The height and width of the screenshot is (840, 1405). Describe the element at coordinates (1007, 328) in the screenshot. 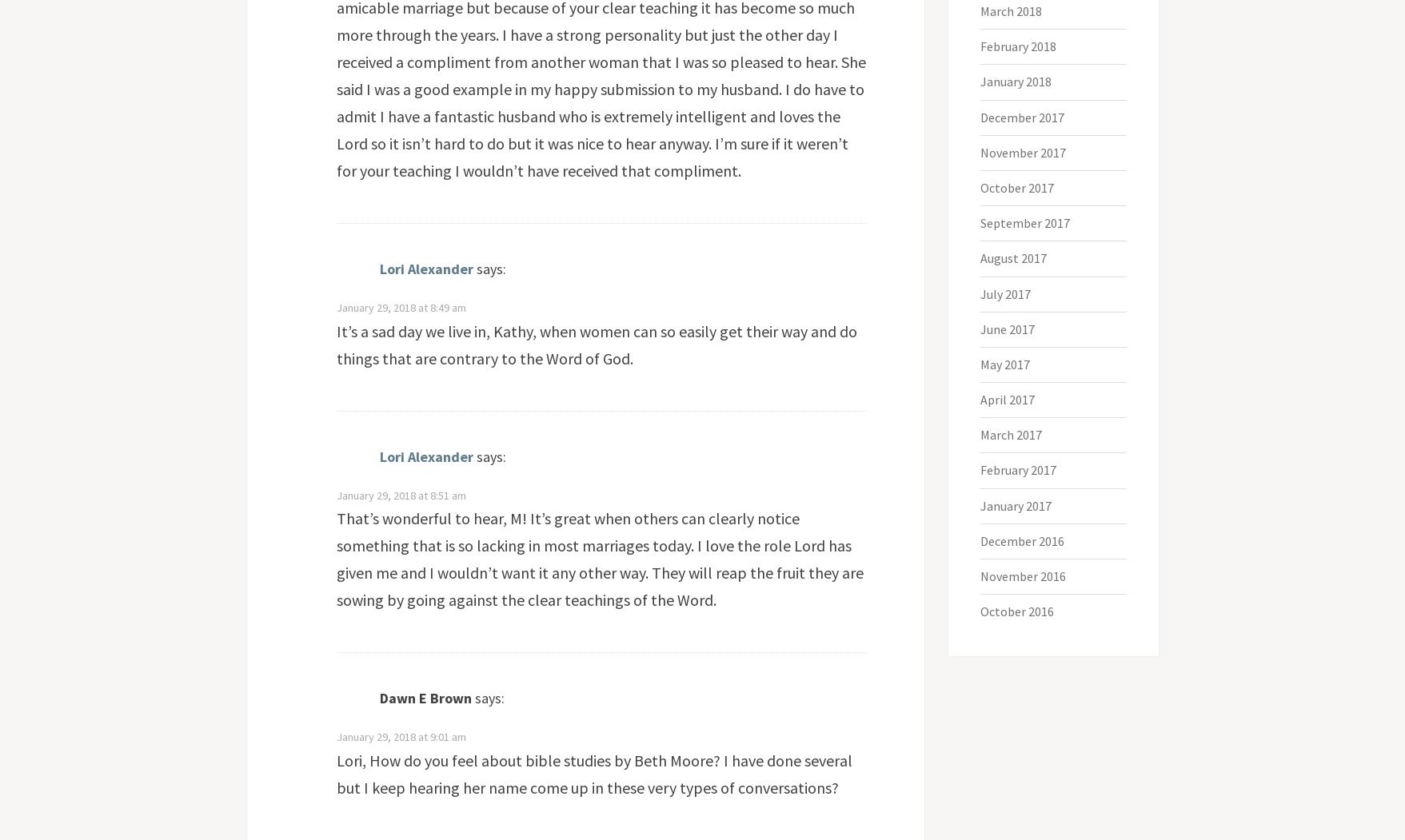

I see `'June 2017'` at that location.